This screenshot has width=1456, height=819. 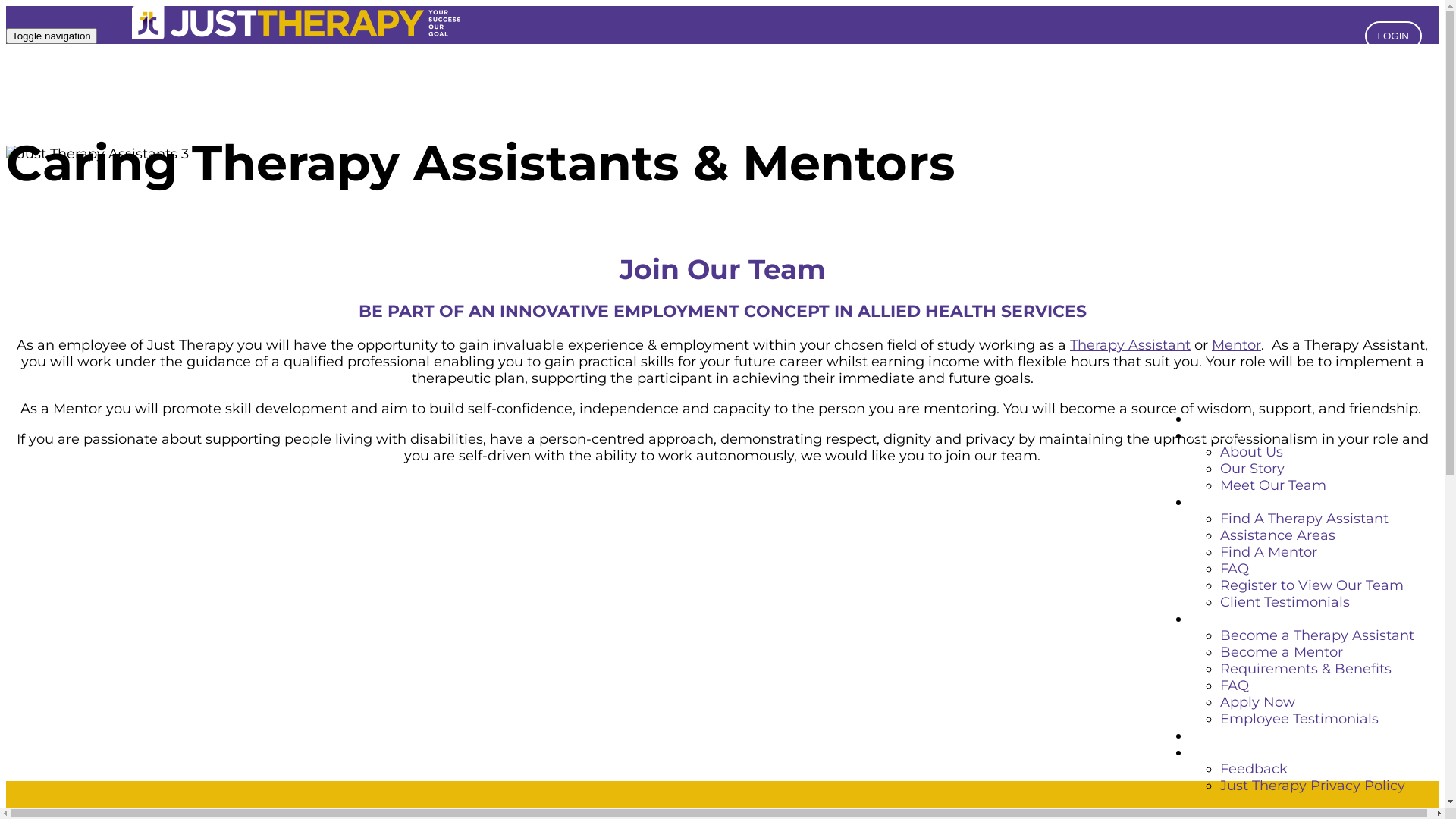 I want to click on 'Find Your Support', so click(x=1251, y=502).